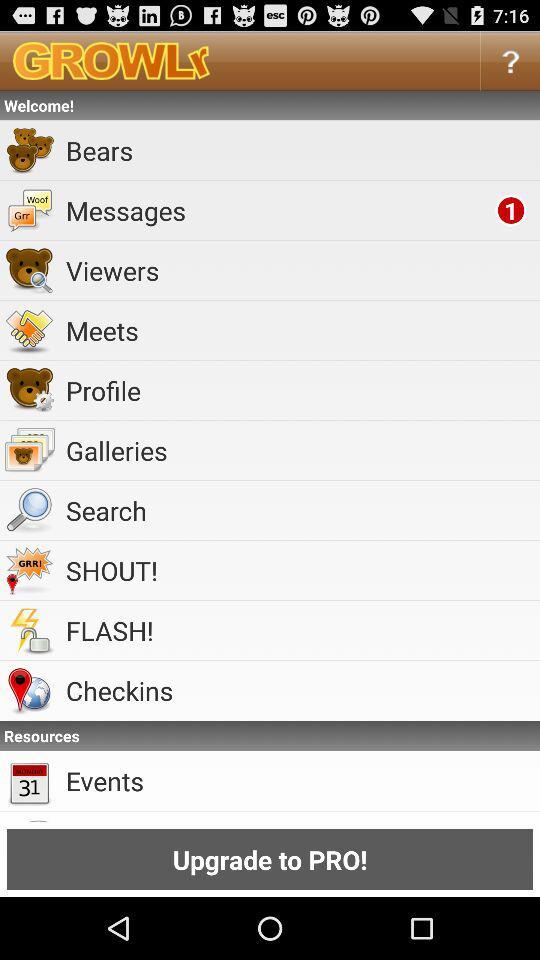 This screenshot has height=960, width=540. Describe the element at coordinates (298, 779) in the screenshot. I see `the icon above the upgrade to pro! item` at that location.